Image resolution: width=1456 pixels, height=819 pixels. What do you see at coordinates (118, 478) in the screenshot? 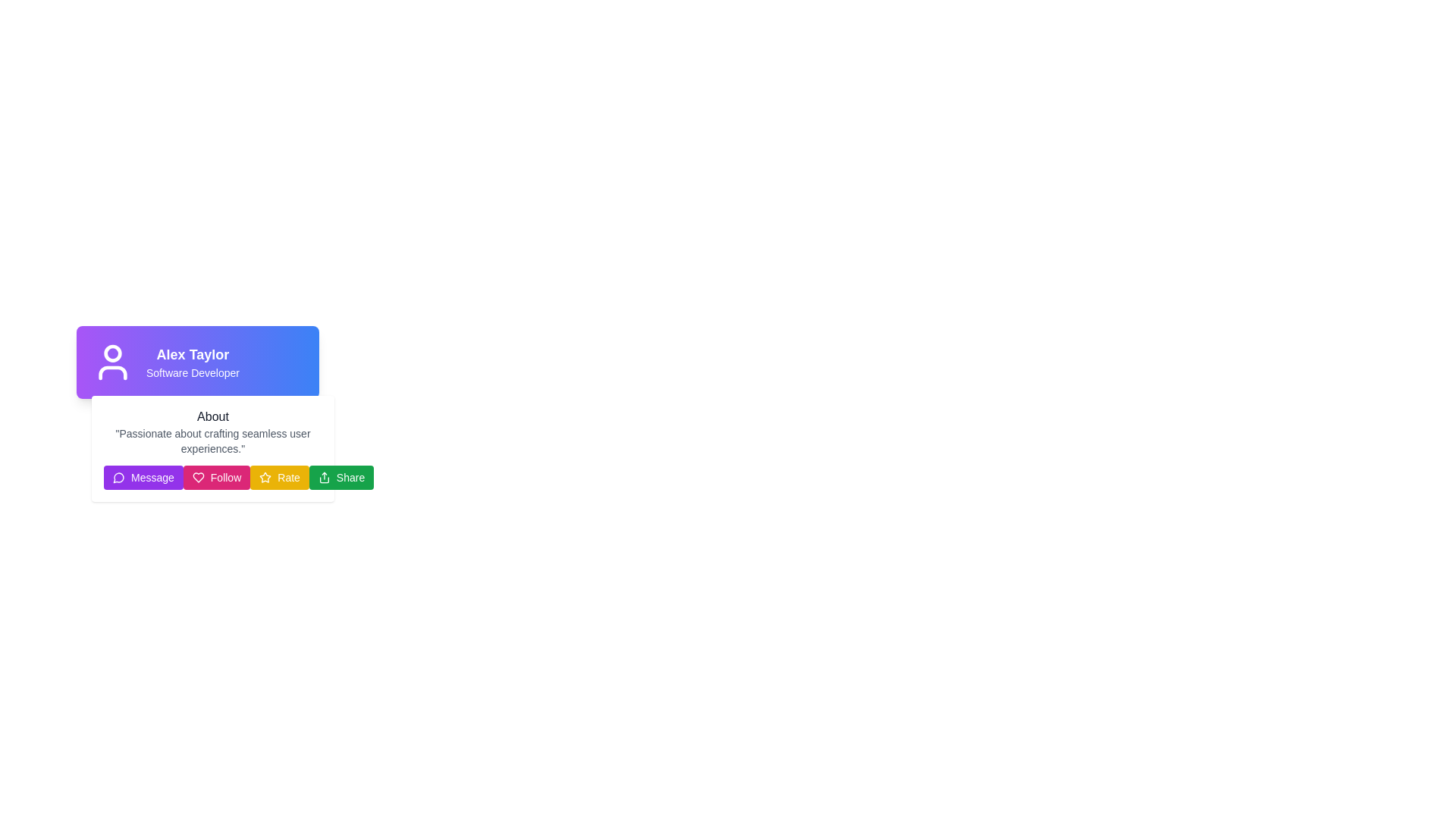
I see `the messaging icon located in the top left corner of the action button row, directly below the user profile card, to initiate a message action` at bounding box center [118, 478].